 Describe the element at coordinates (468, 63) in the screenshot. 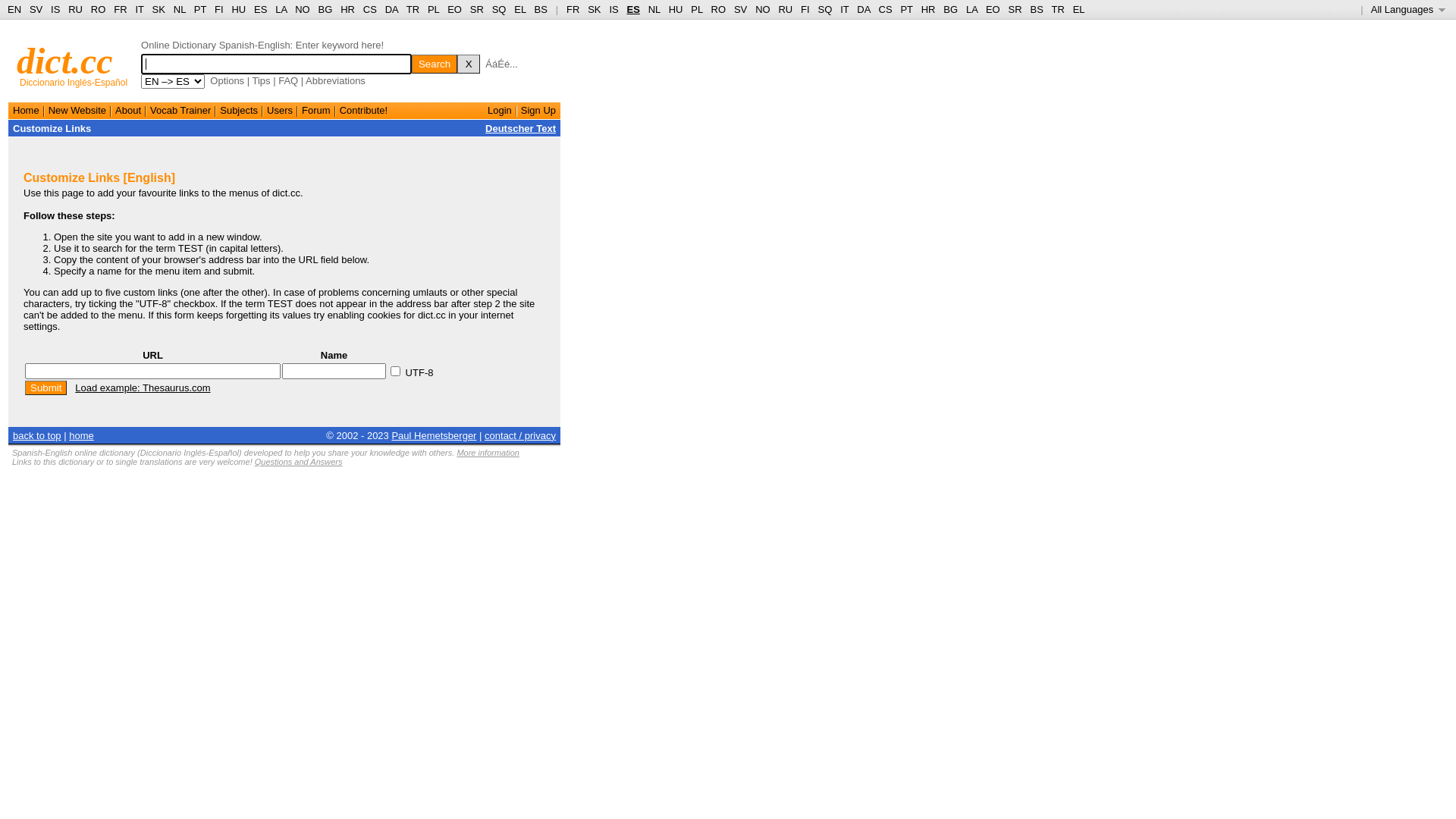

I see `'X'` at that location.